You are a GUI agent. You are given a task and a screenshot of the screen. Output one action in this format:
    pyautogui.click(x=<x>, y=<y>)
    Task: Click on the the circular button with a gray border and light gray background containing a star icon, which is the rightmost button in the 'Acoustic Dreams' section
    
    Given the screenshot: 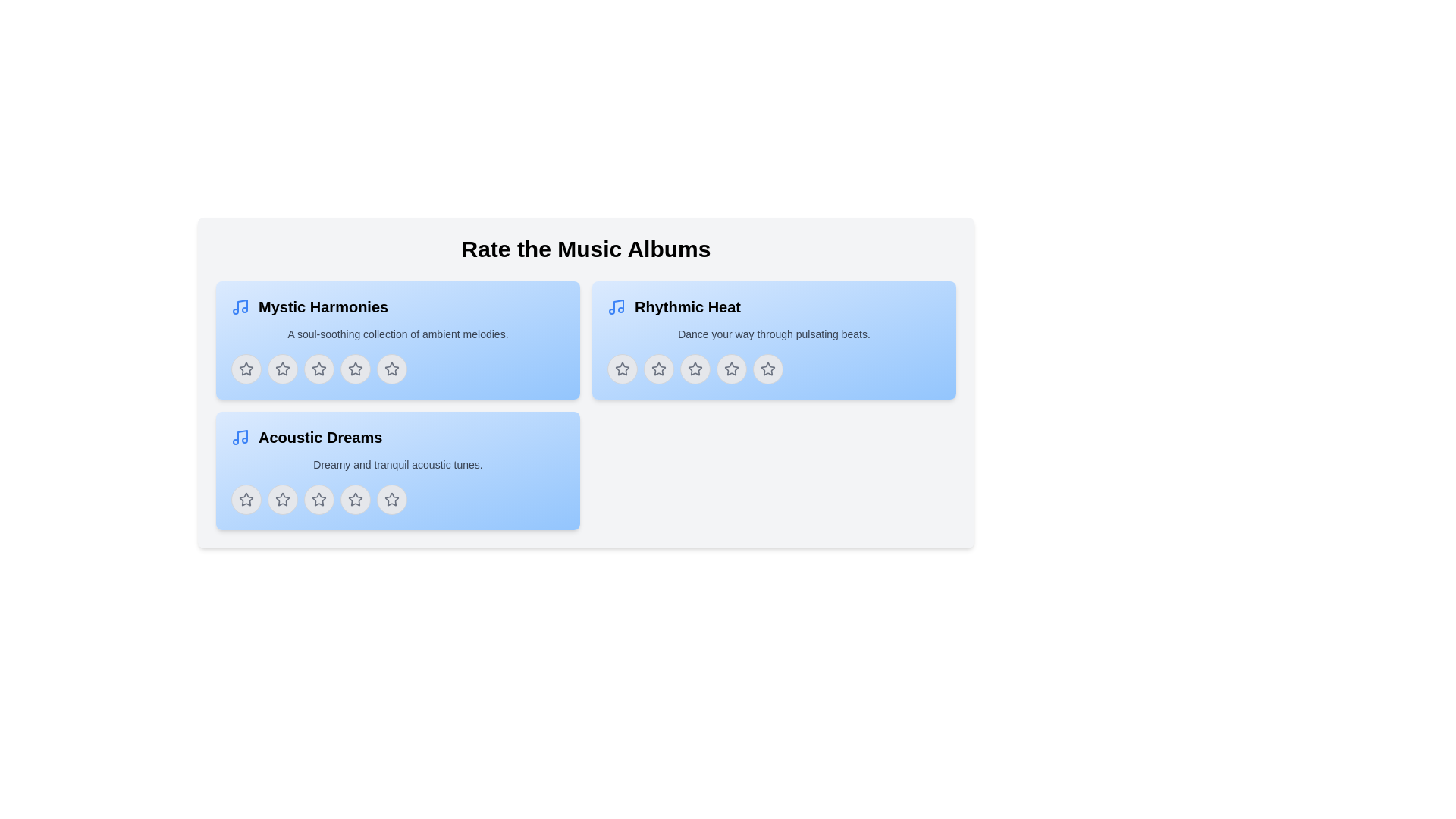 What is the action you would take?
    pyautogui.click(x=392, y=500)
    